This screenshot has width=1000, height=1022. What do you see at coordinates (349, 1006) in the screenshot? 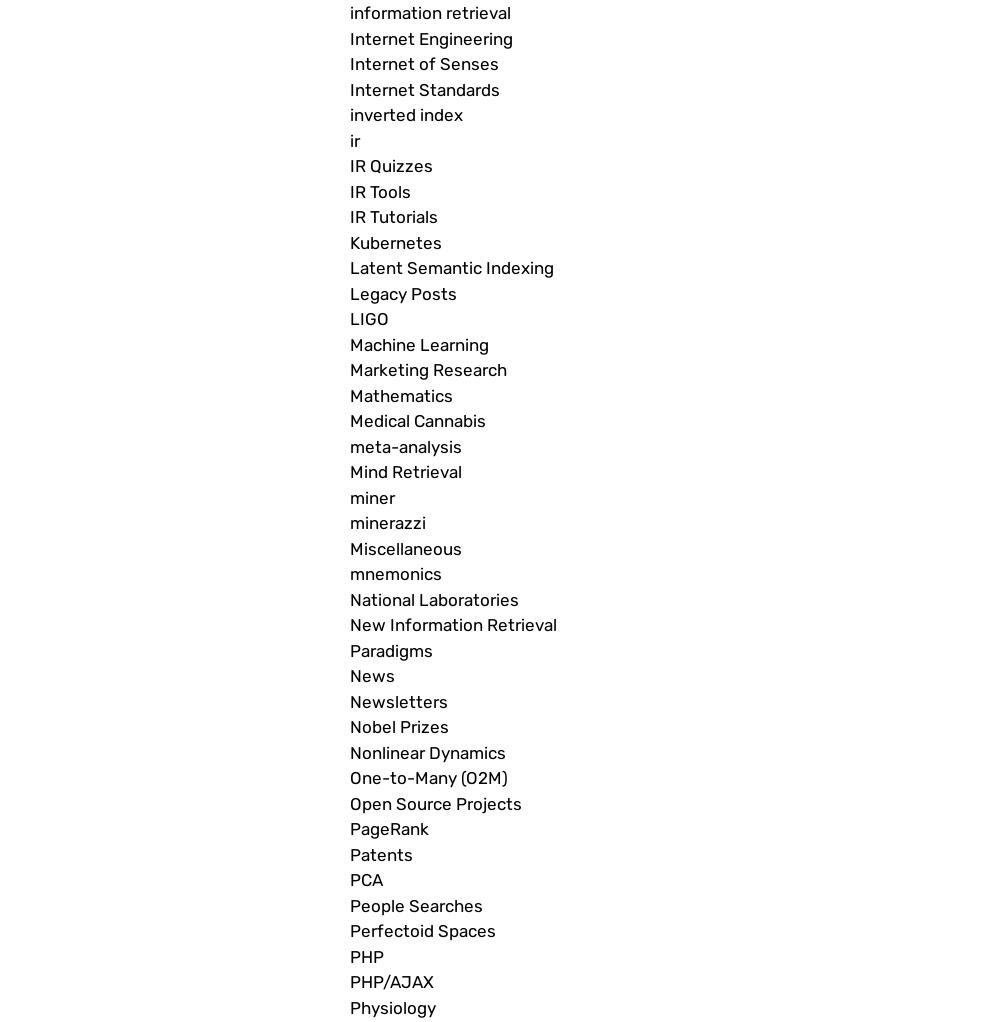
I see `'Physiology'` at bounding box center [349, 1006].